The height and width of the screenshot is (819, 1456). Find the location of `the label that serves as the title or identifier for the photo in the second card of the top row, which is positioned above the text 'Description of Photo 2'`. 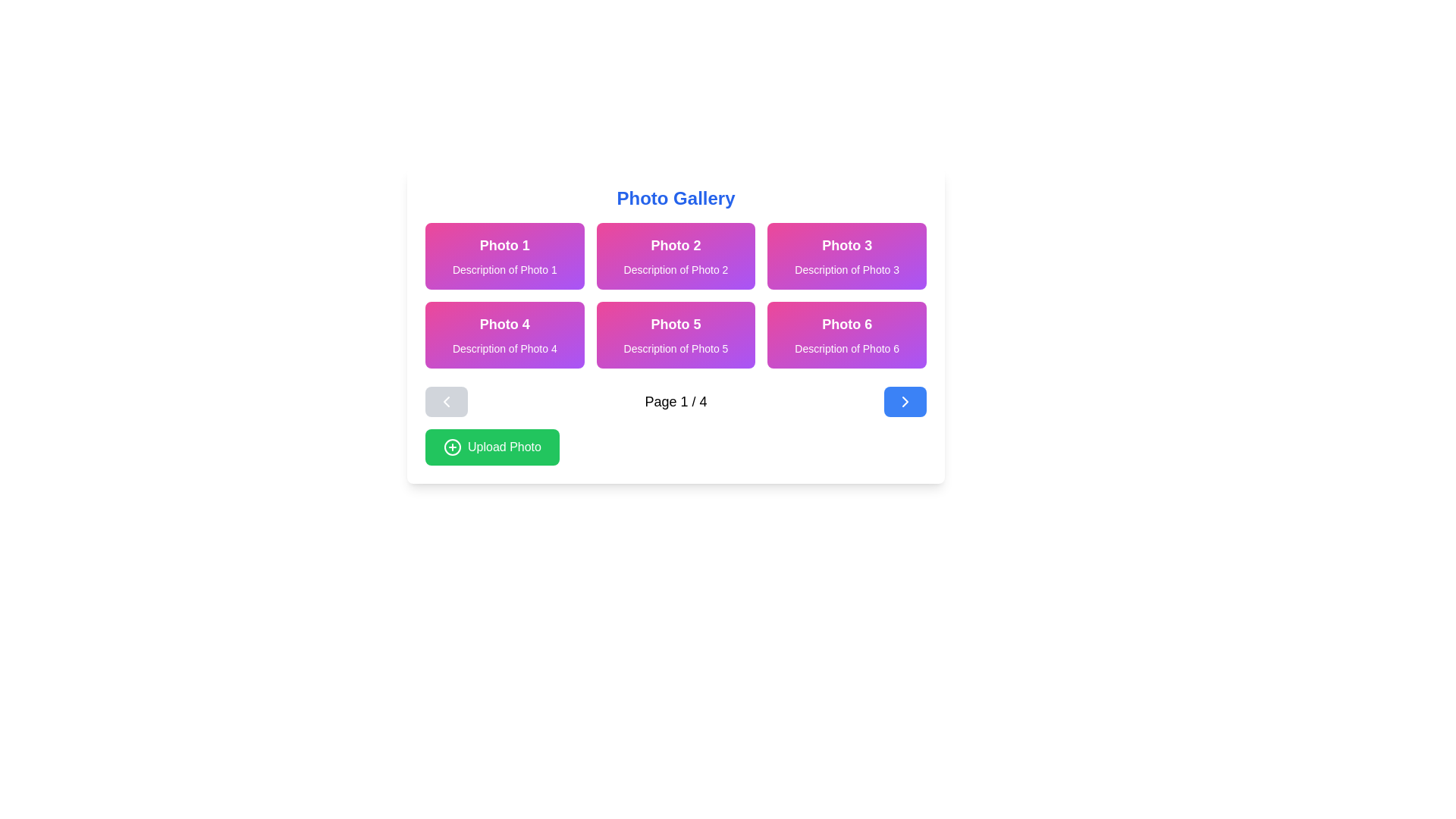

the label that serves as the title or identifier for the photo in the second card of the top row, which is positioned above the text 'Description of Photo 2' is located at coordinates (675, 245).